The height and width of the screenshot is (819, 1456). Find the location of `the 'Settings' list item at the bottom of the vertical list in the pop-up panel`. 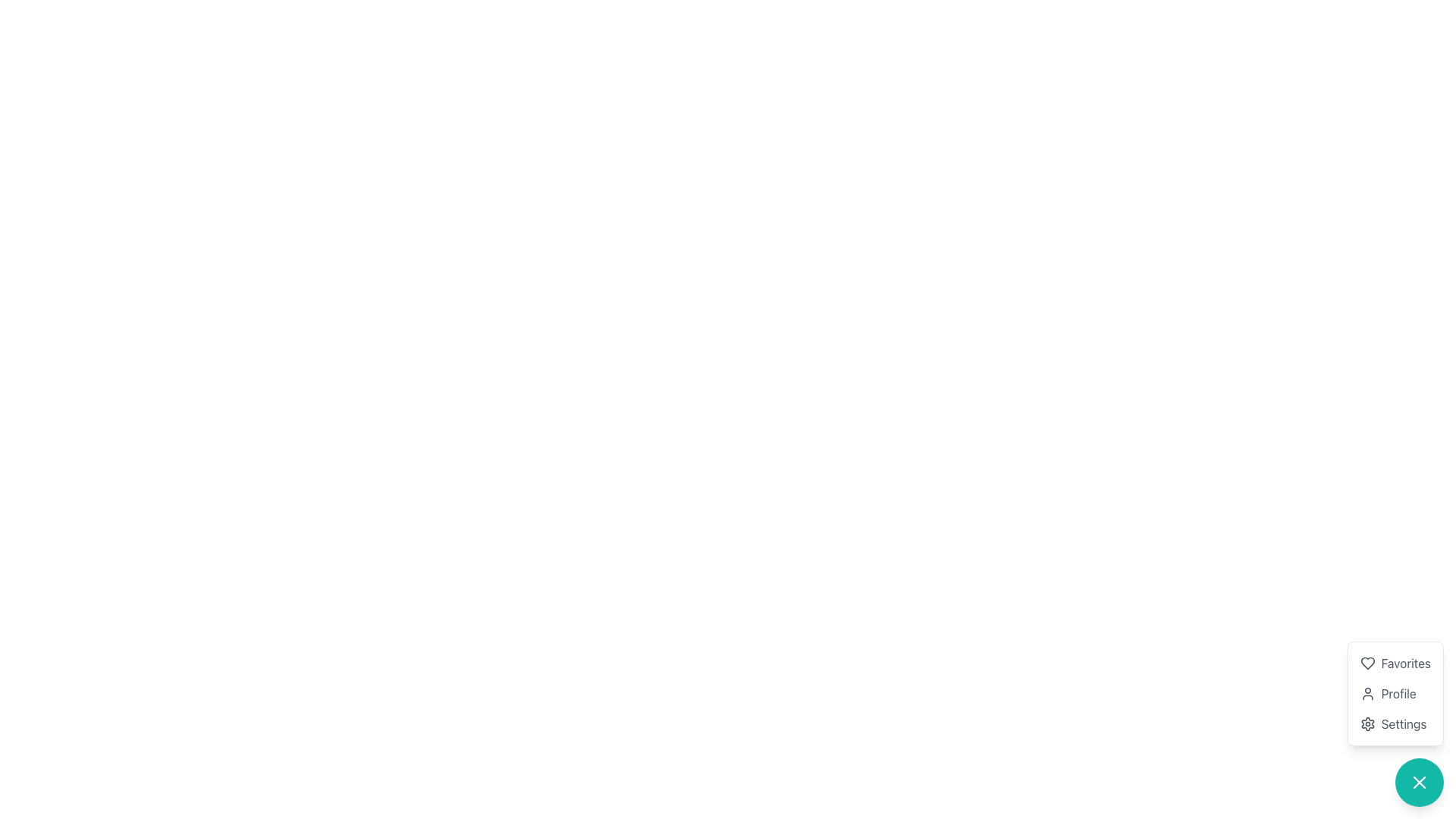

the 'Settings' list item at the bottom of the vertical list in the pop-up panel is located at coordinates (1395, 723).